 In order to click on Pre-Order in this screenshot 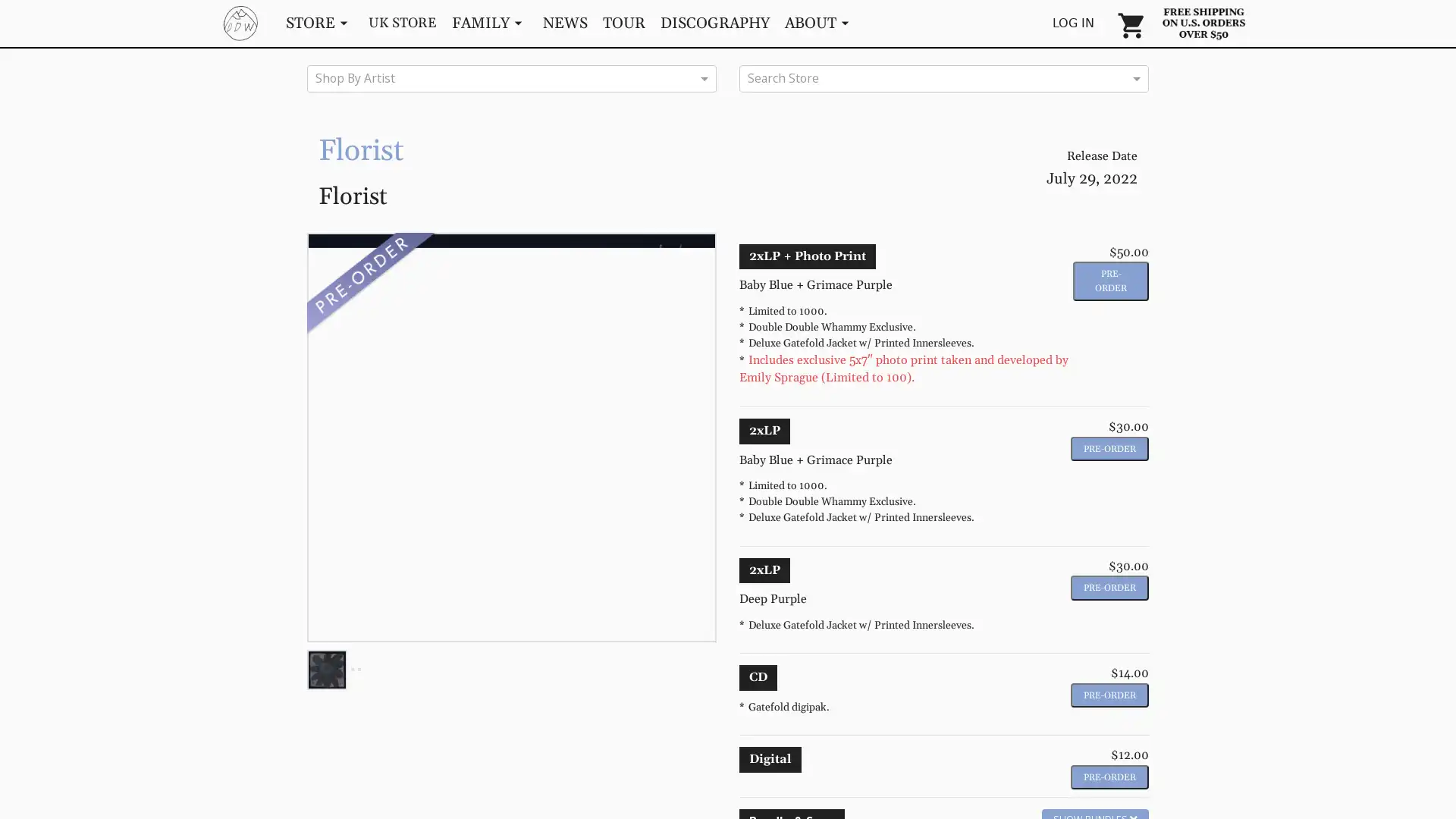, I will do `click(1109, 777)`.